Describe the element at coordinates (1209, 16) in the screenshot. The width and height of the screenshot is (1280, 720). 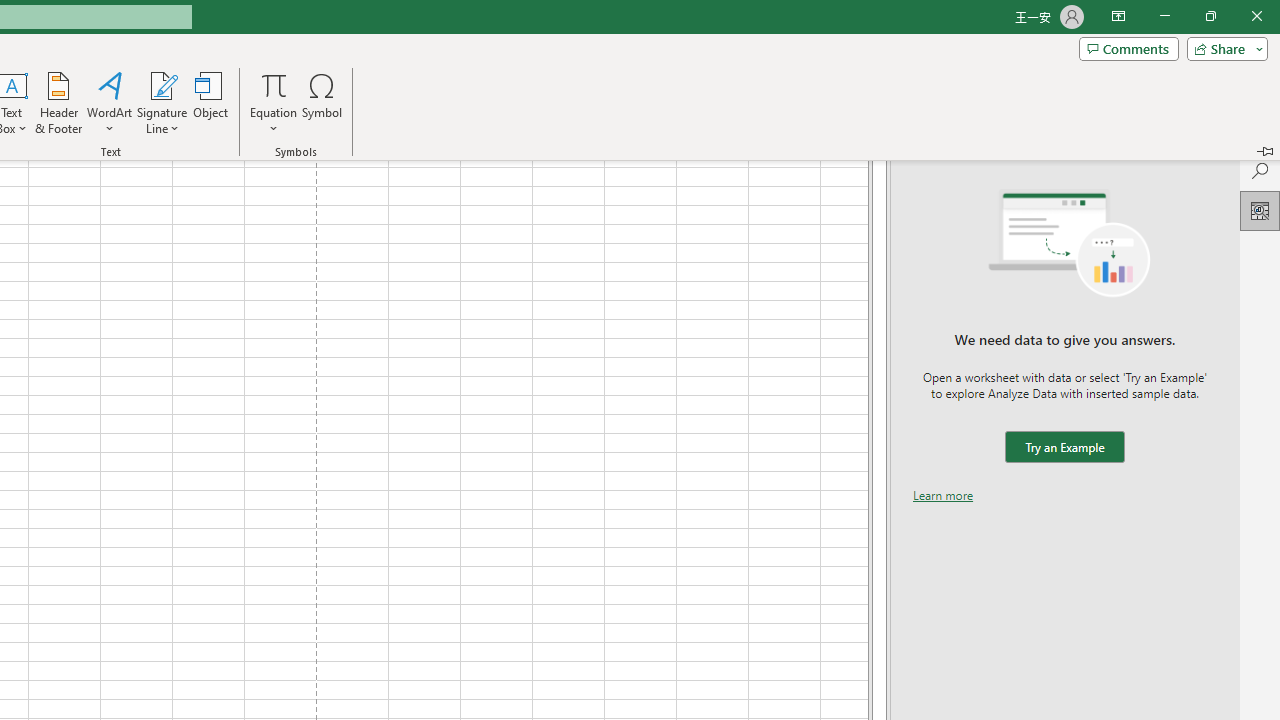
I see `'Restore Down'` at that location.